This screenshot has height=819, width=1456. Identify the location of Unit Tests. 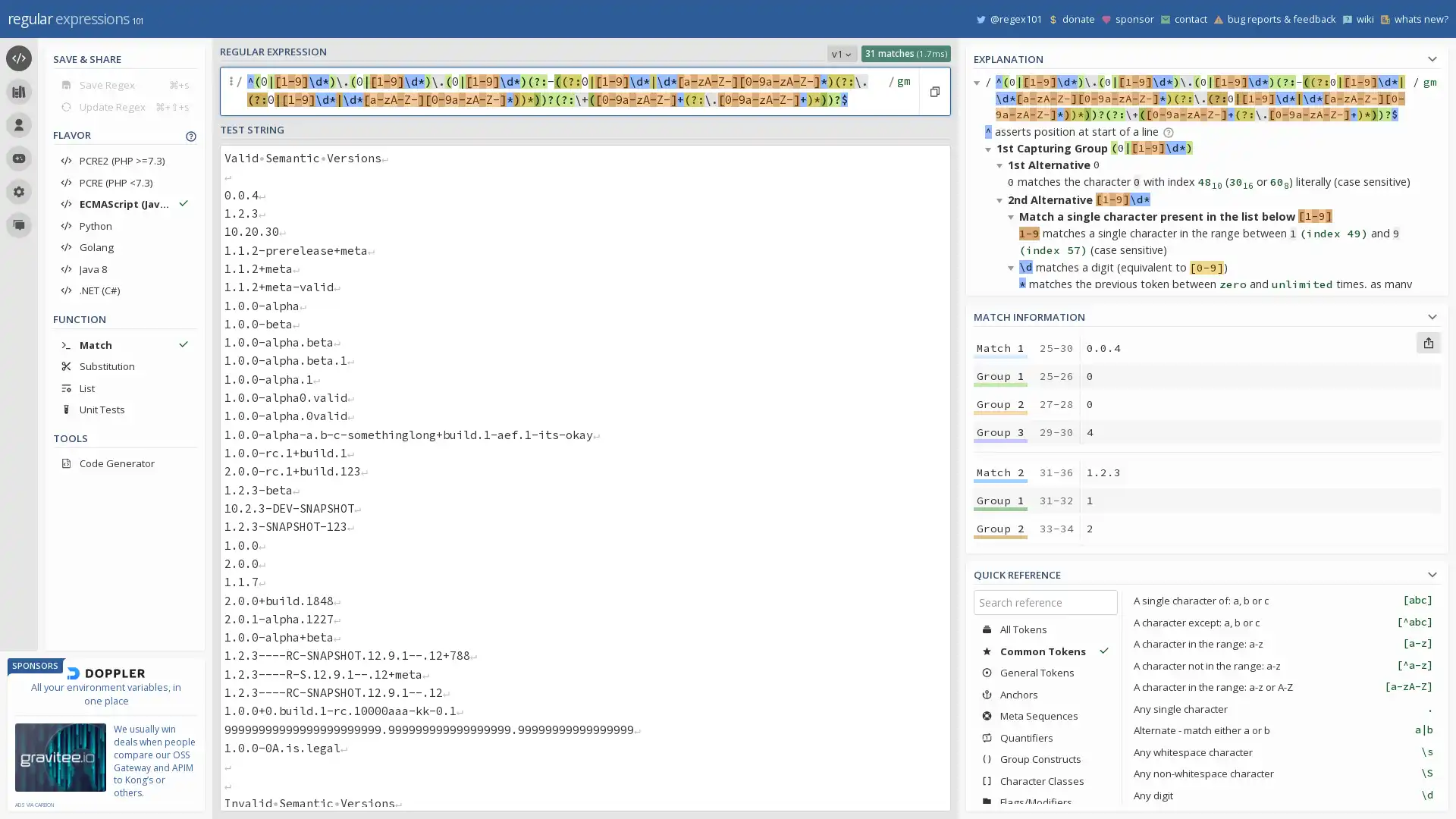
(124, 409).